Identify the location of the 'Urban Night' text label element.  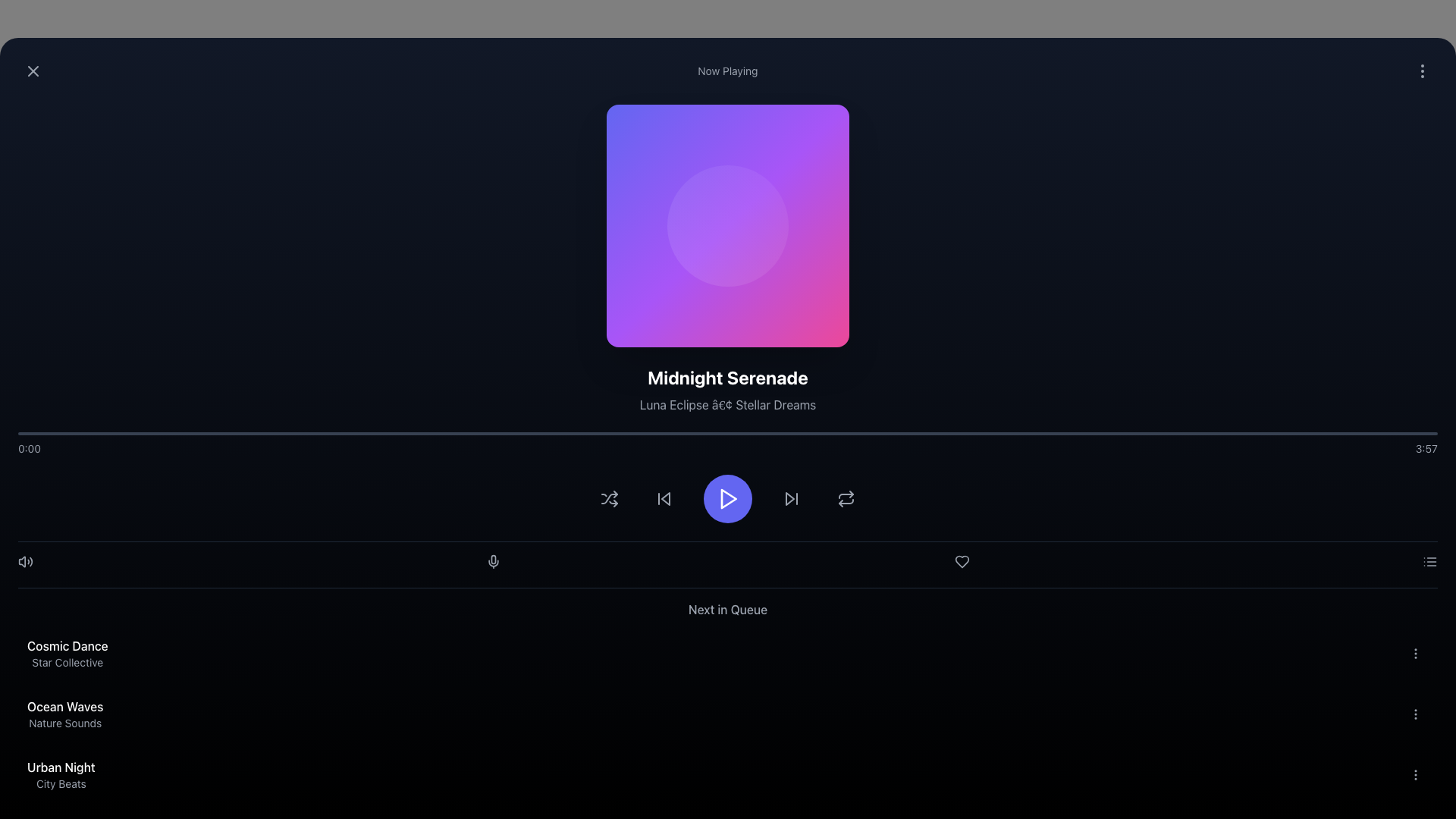
(61, 767).